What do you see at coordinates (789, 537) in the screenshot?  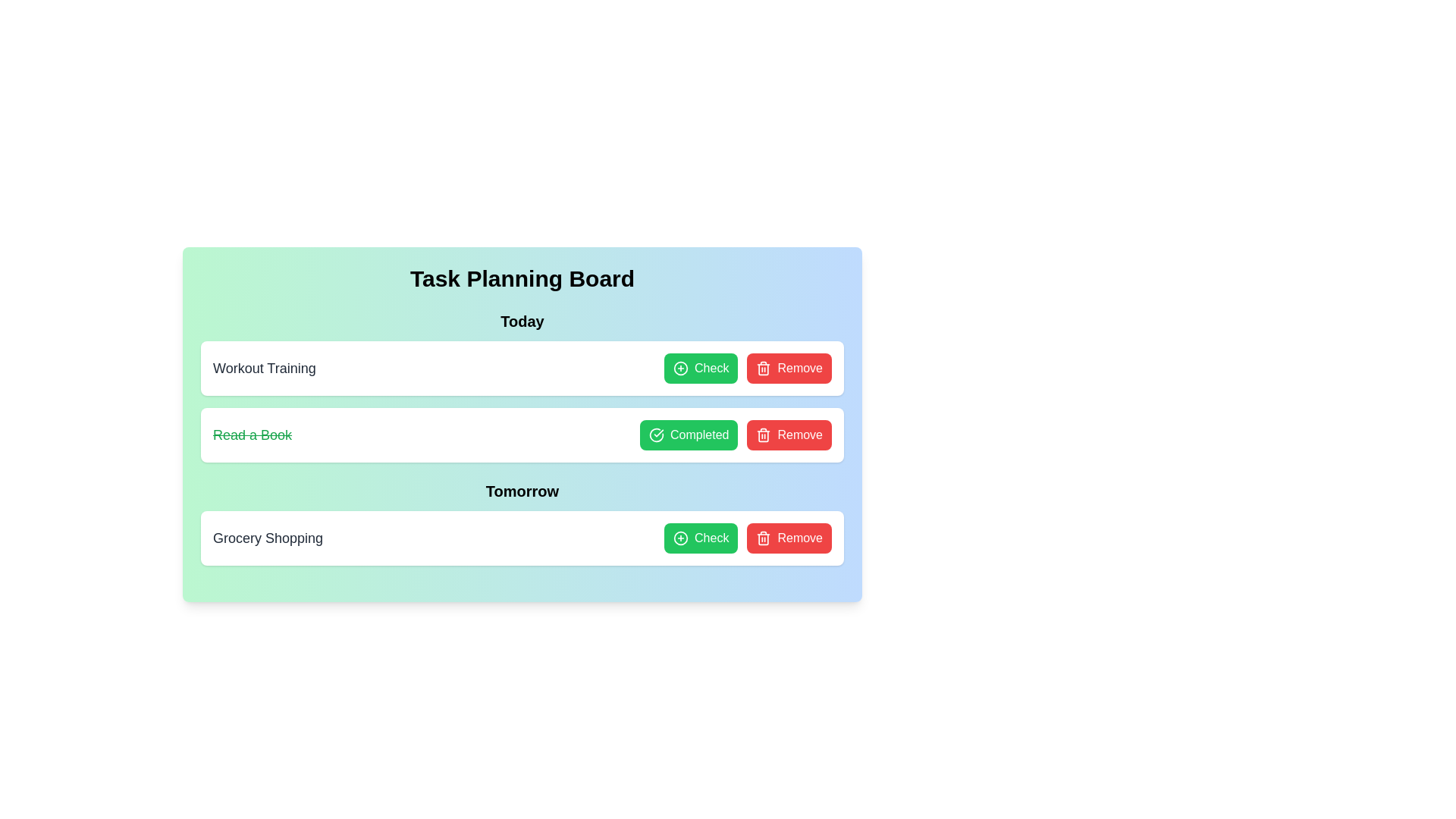 I see `the 'Remove' button for the task titled 'Grocery Shopping'` at bounding box center [789, 537].